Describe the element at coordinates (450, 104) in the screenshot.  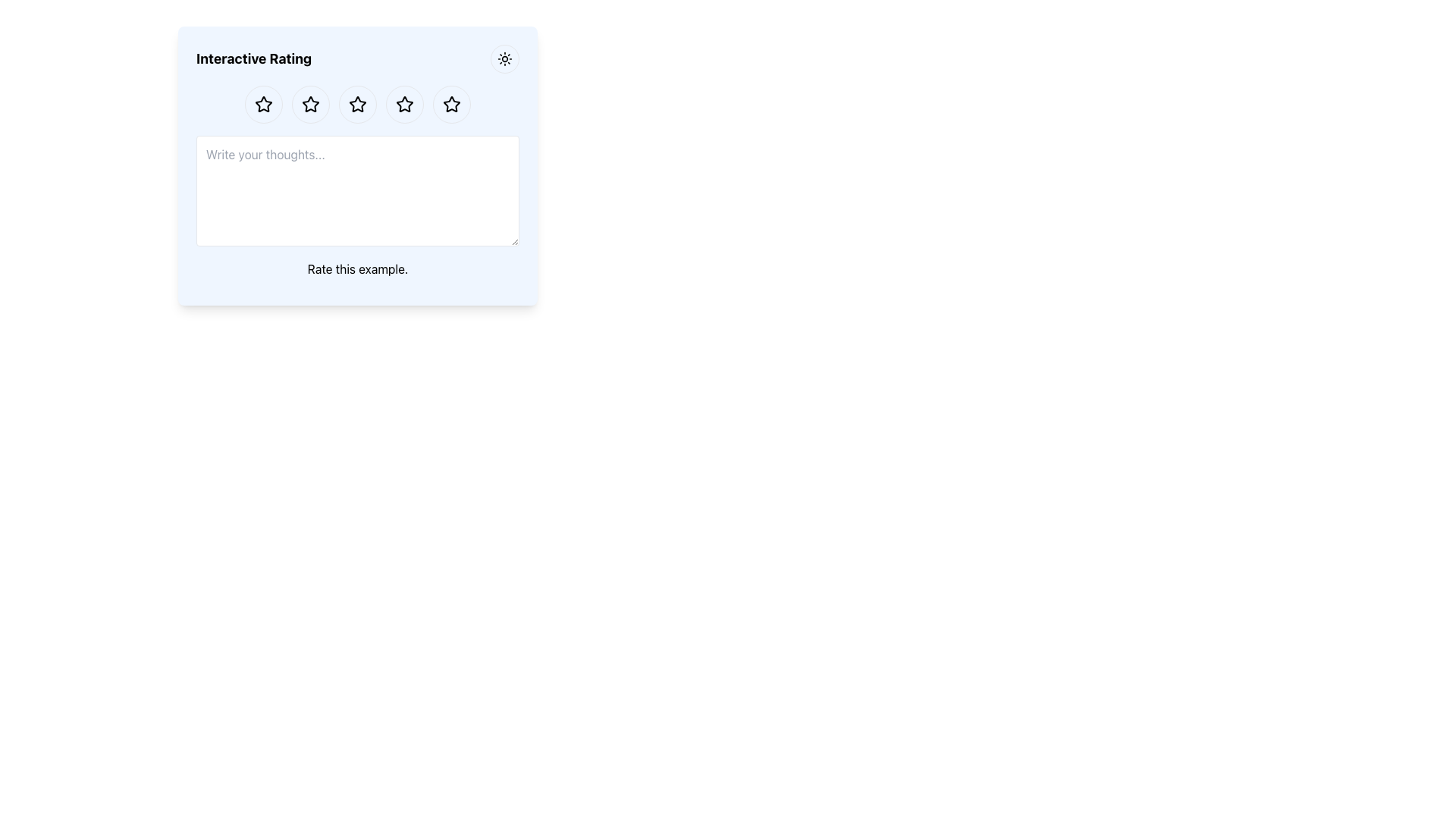
I see `the fifth star-shaped rating icon at the rightmost end of the row to rate it` at that location.